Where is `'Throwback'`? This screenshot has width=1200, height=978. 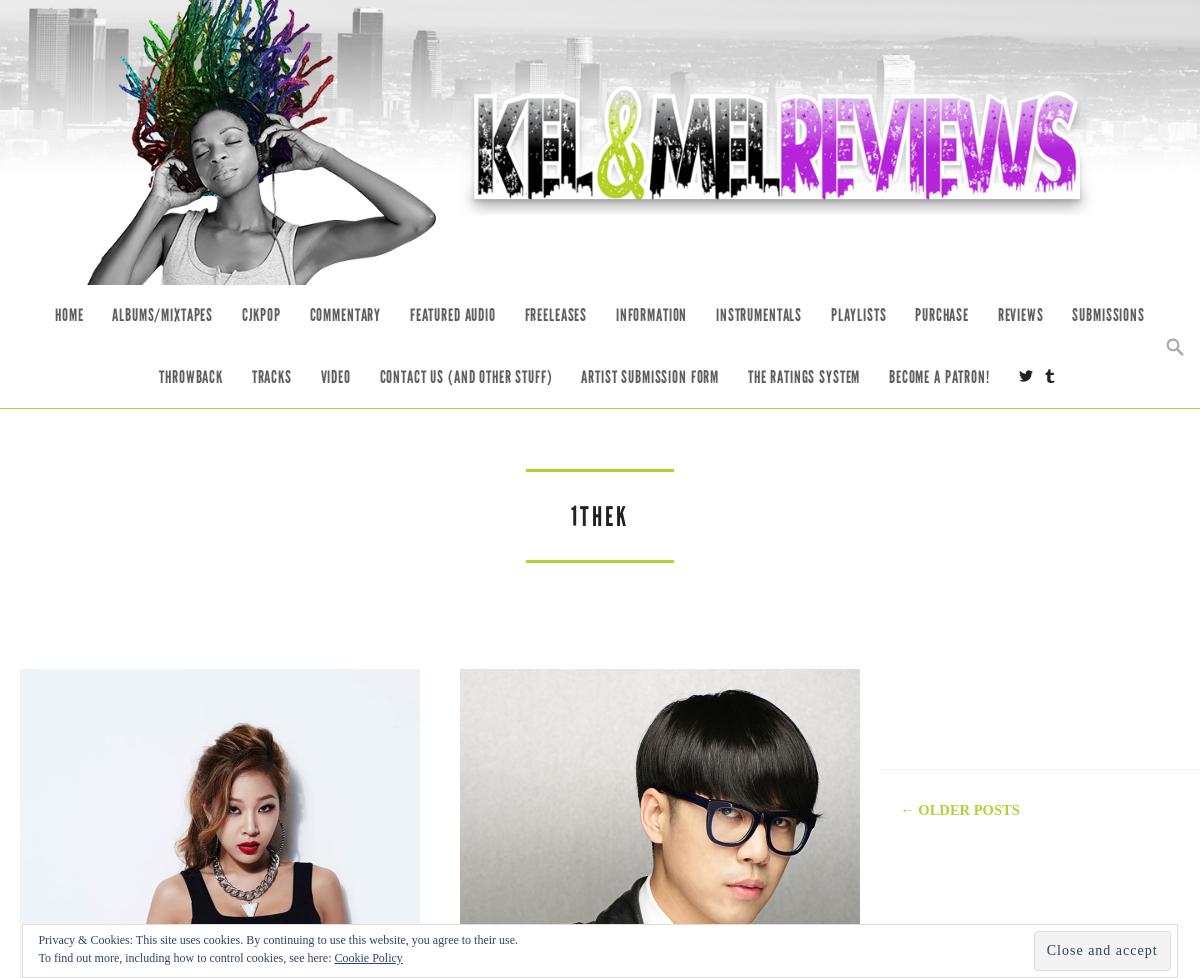 'Throwback' is located at coordinates (190, 375).